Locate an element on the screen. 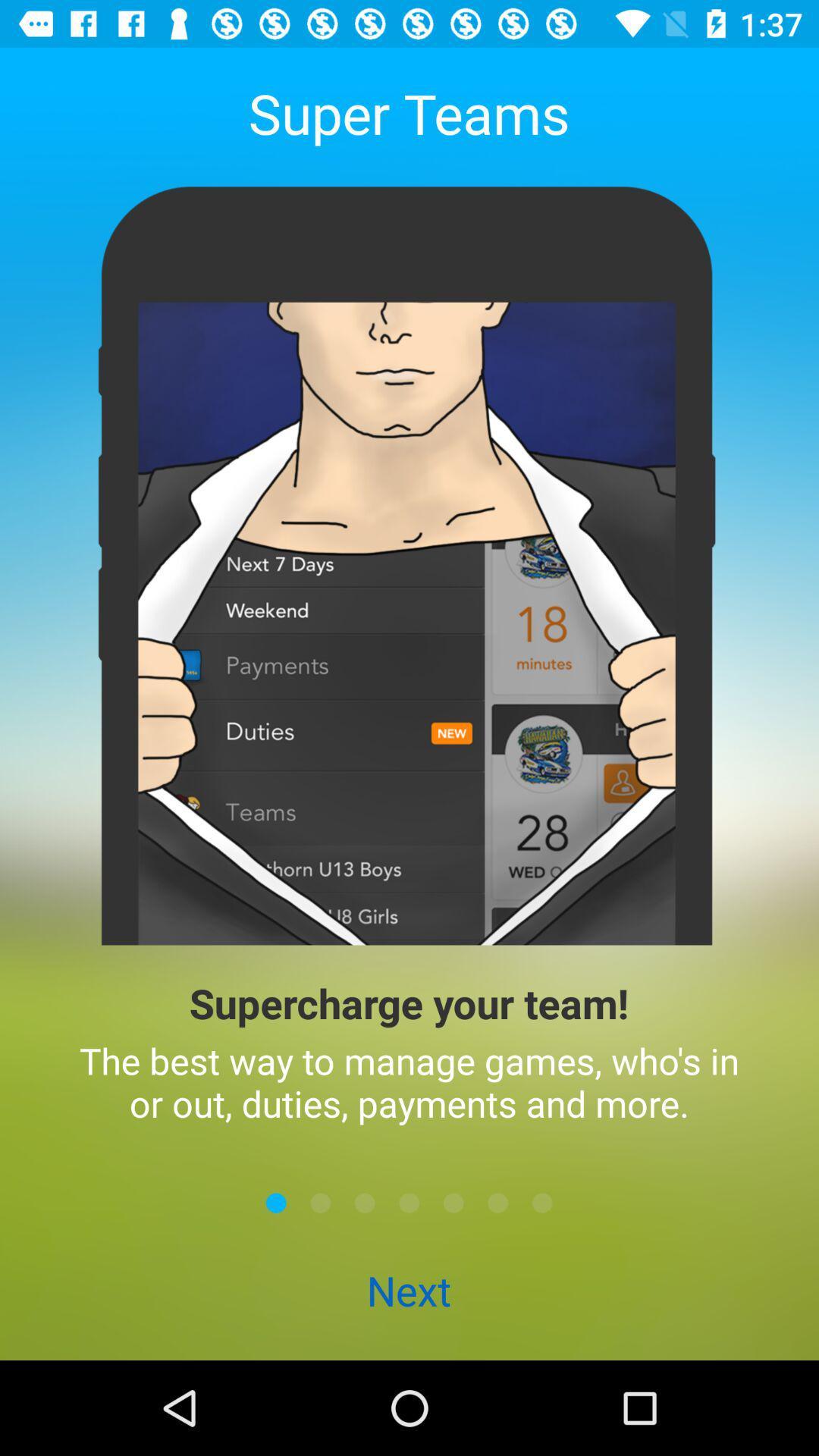  the item below the the best way item is located at coordinates (365, 1202).